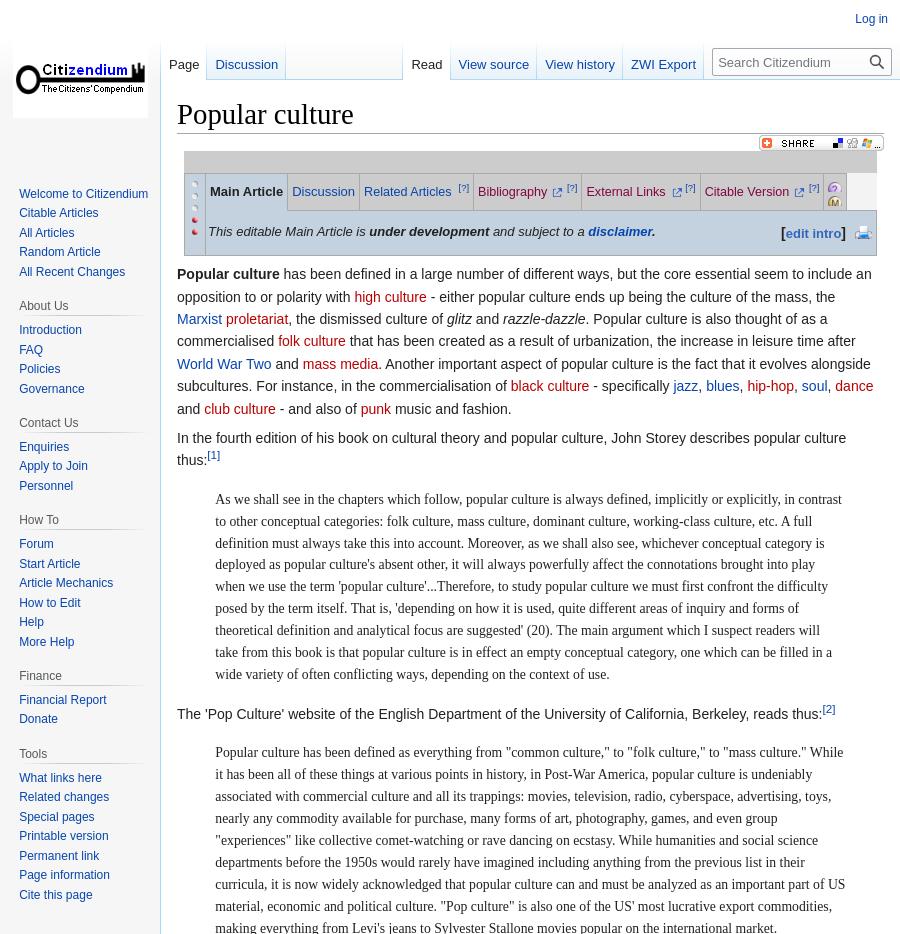 The height and width of the screenshot is (934, 900). What do you see at coordinates (619, 230) in the screenshot?
I see `'disclaimer'` at bounding box center [619, 230].